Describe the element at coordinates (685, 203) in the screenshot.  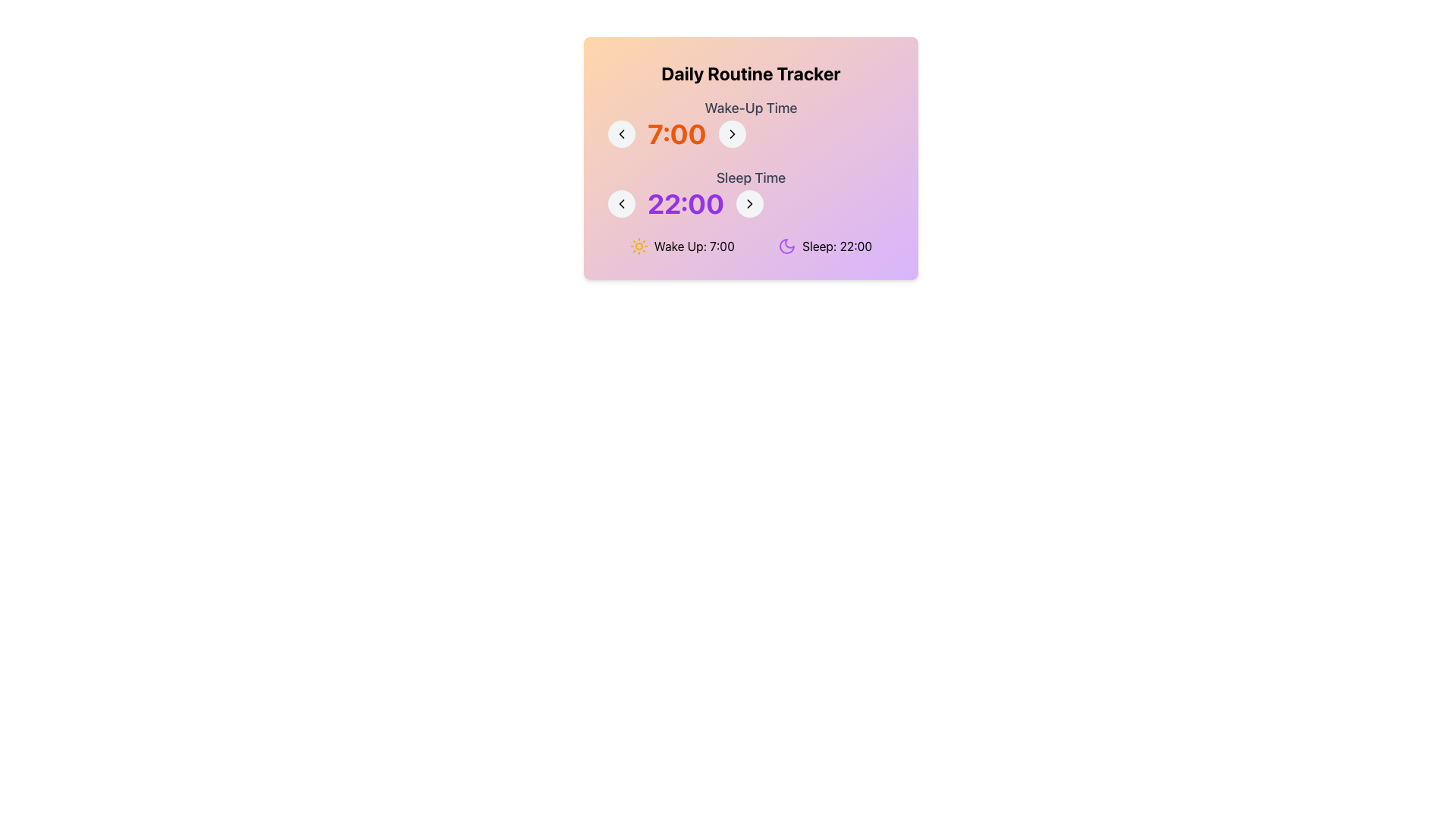
I see `the static text label displaying the time '22:00' located in the 'Sleep Time' section of the UI, which is centrally aligned between two navigation buttons` at that location.